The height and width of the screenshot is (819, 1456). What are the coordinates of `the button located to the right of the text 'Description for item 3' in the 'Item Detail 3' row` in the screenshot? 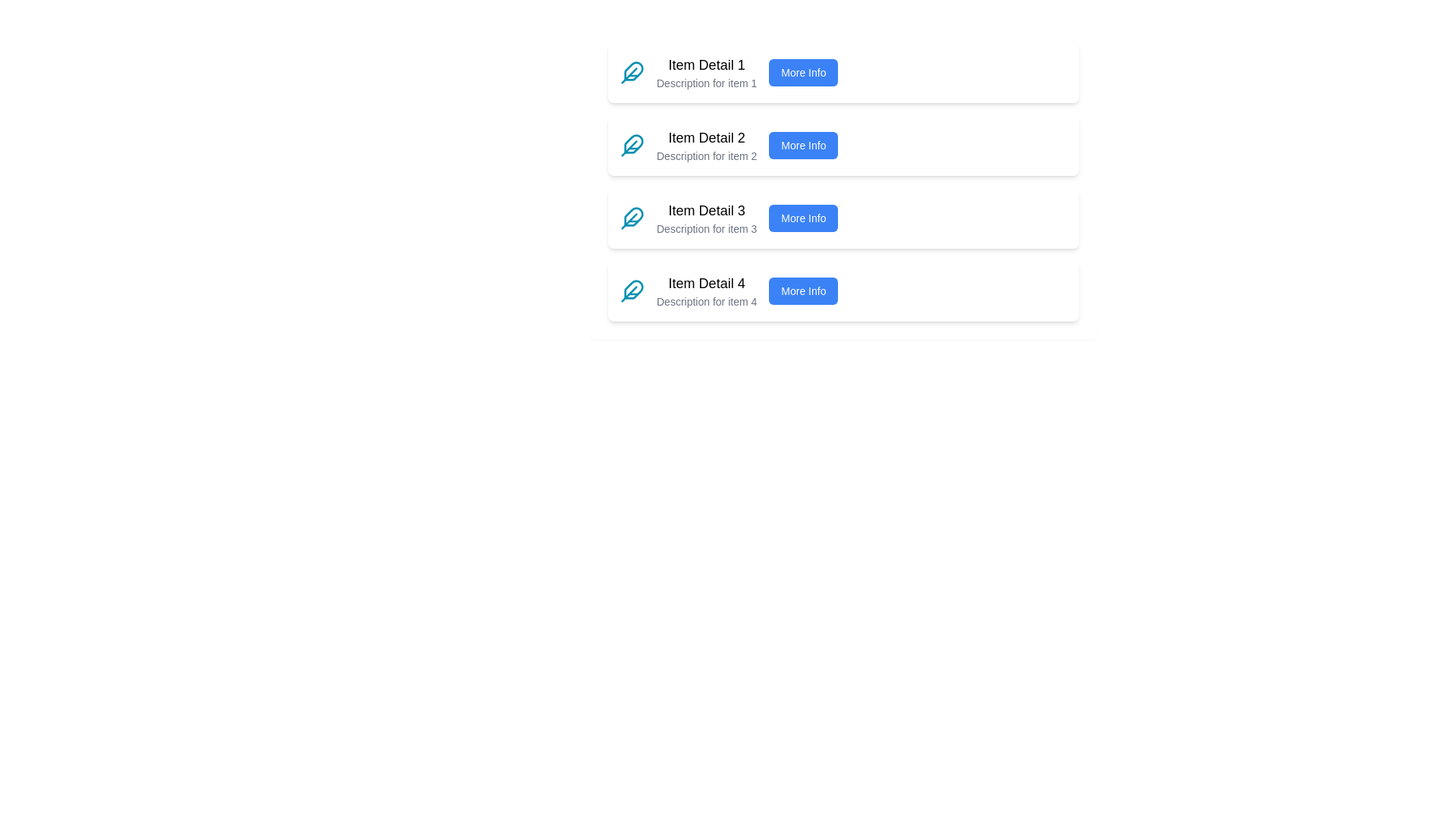 It's located at (802, 218).